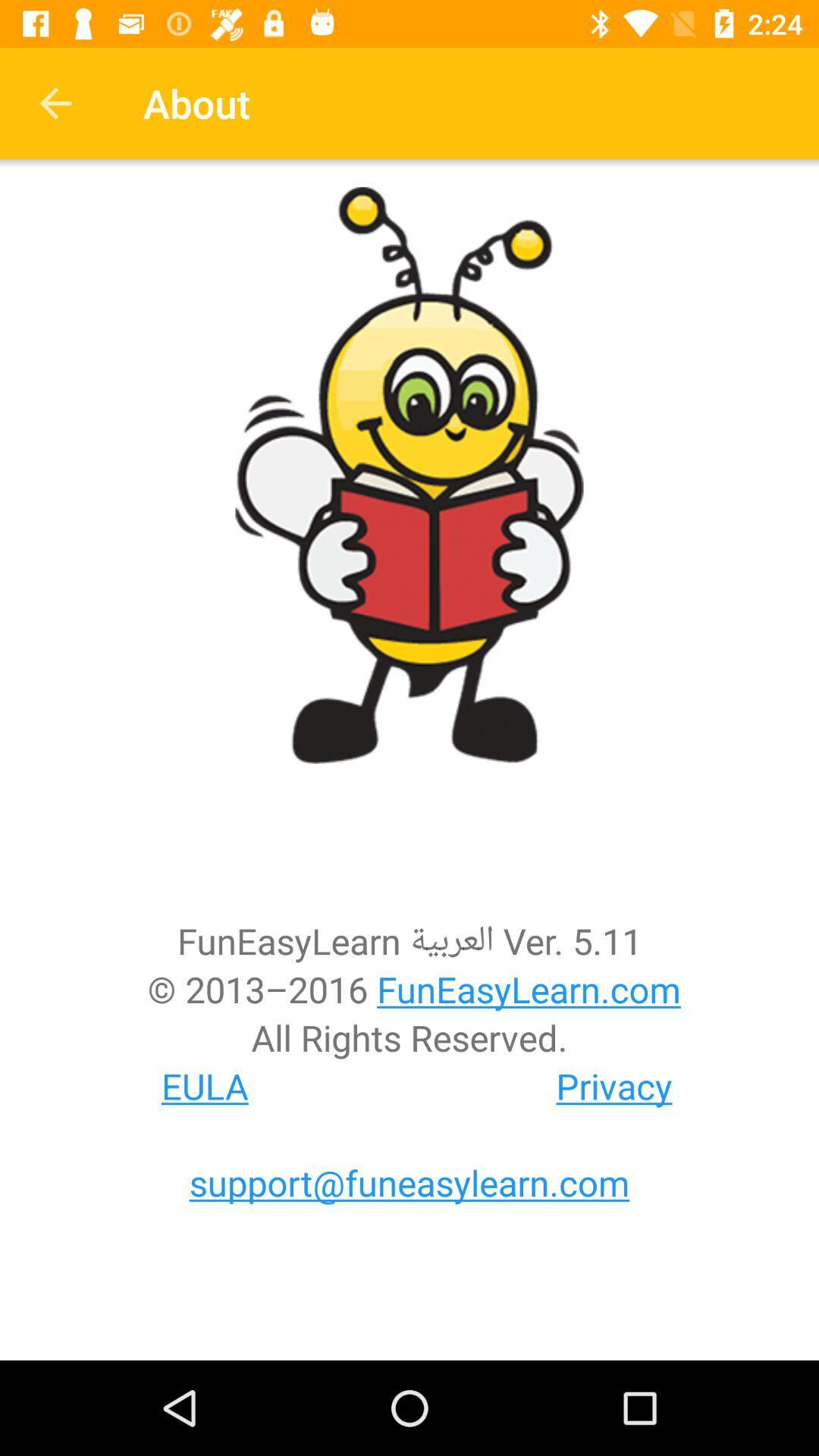  Describe the element at coordinates (409, 989) in the screenshot. I see `icon above the all rights reserved.` at that location.